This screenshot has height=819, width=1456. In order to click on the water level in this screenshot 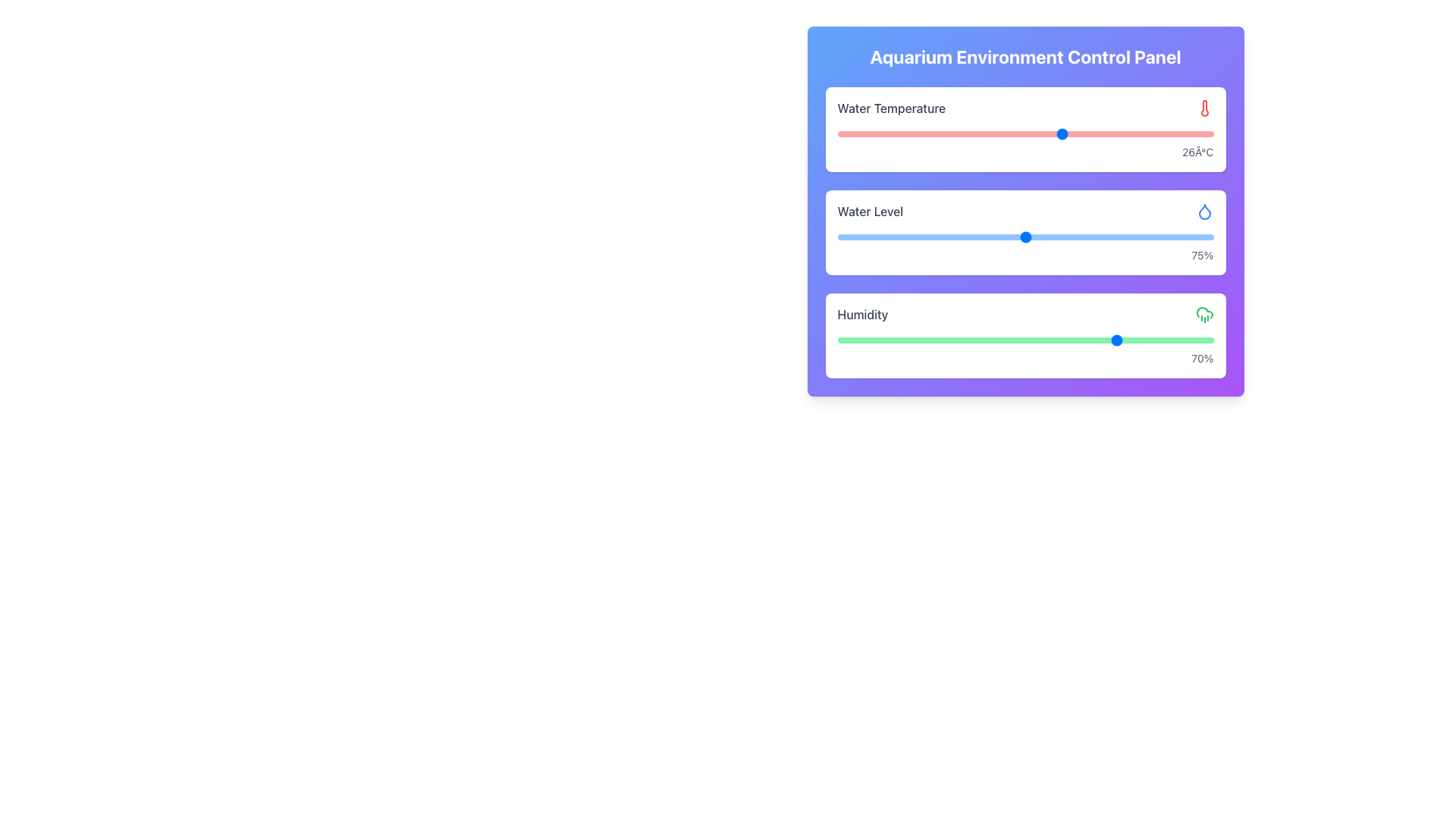, I will do `click(1047, 237)`.